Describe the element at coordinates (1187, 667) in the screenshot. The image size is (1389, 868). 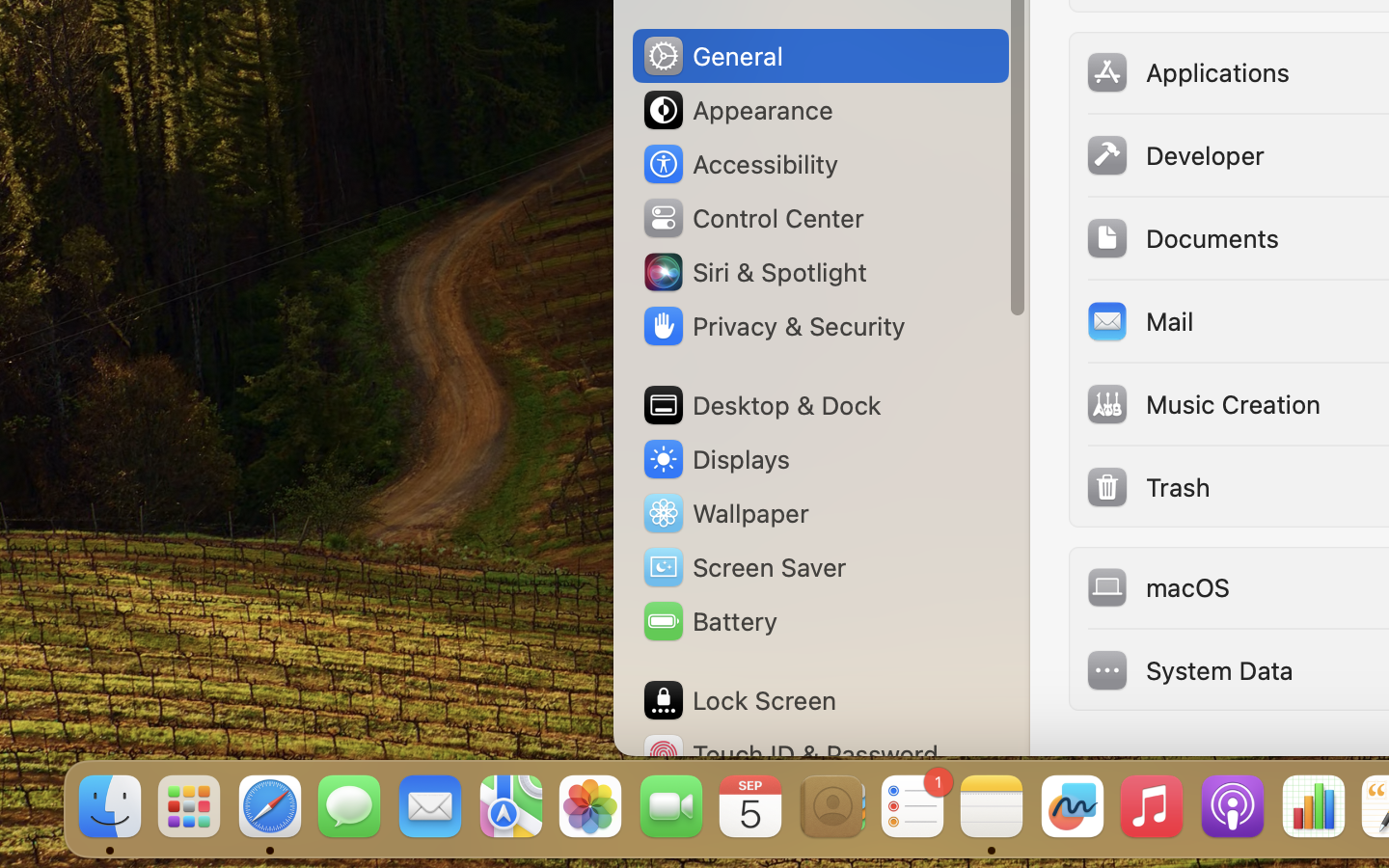
I see `'System Data'` at that location.